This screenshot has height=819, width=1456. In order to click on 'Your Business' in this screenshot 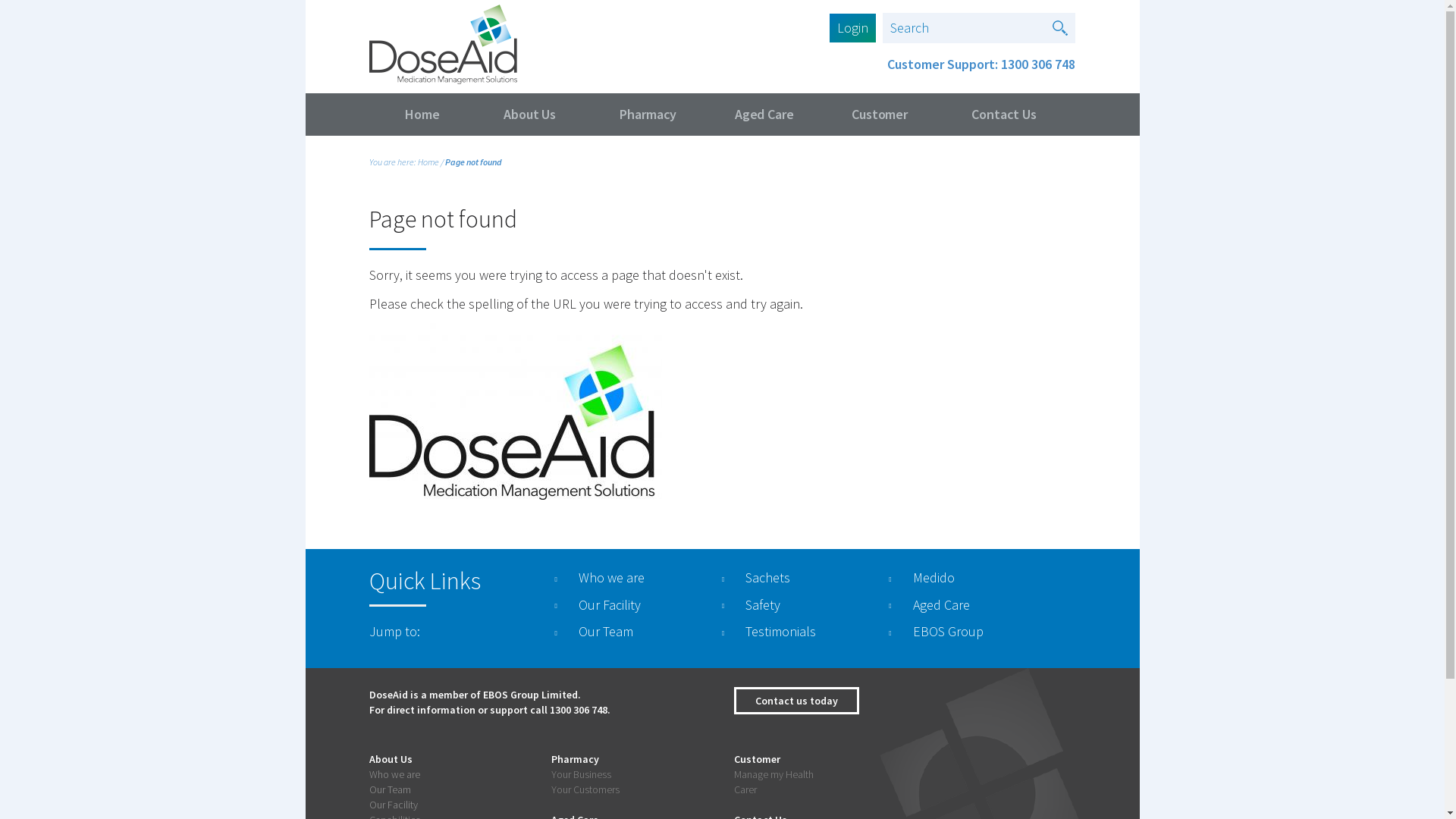, I will do `click(580, 774)`.